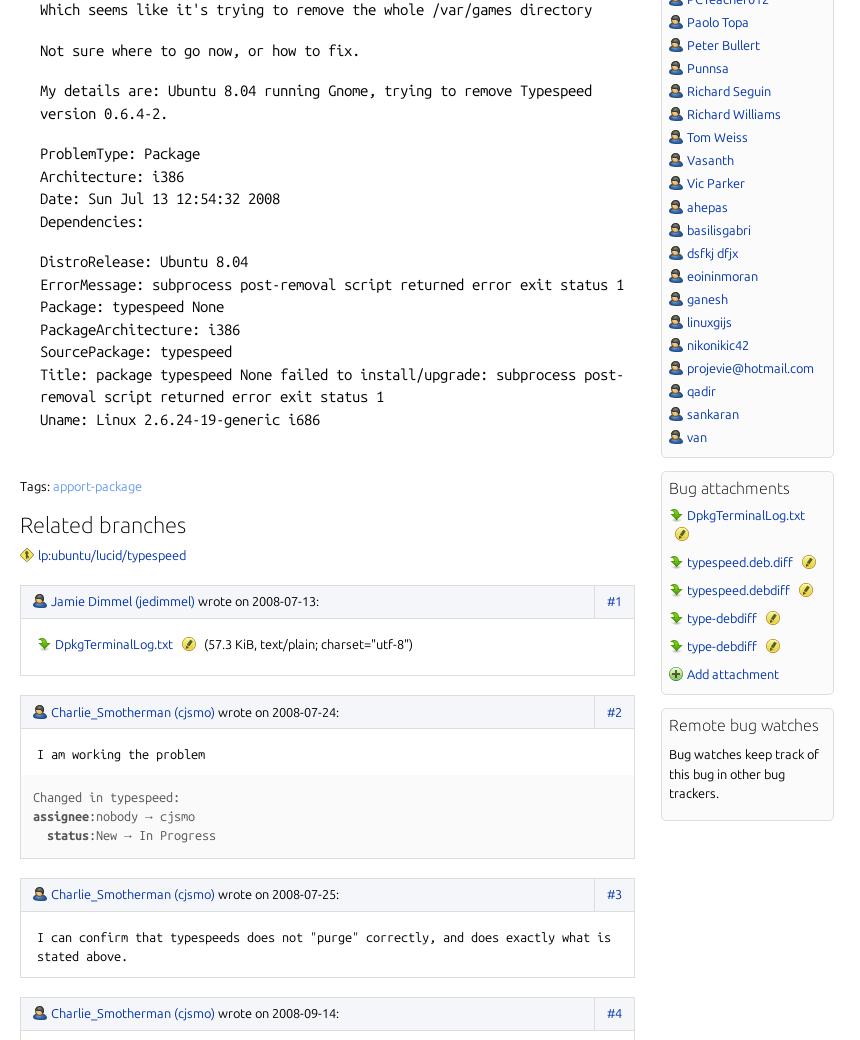 This screenshot has width=860, height=1040. What do you see at coordinates (235, 598) in the screenshot?
I see `'on 2008-07-13'` at bounding box center [235, 598].